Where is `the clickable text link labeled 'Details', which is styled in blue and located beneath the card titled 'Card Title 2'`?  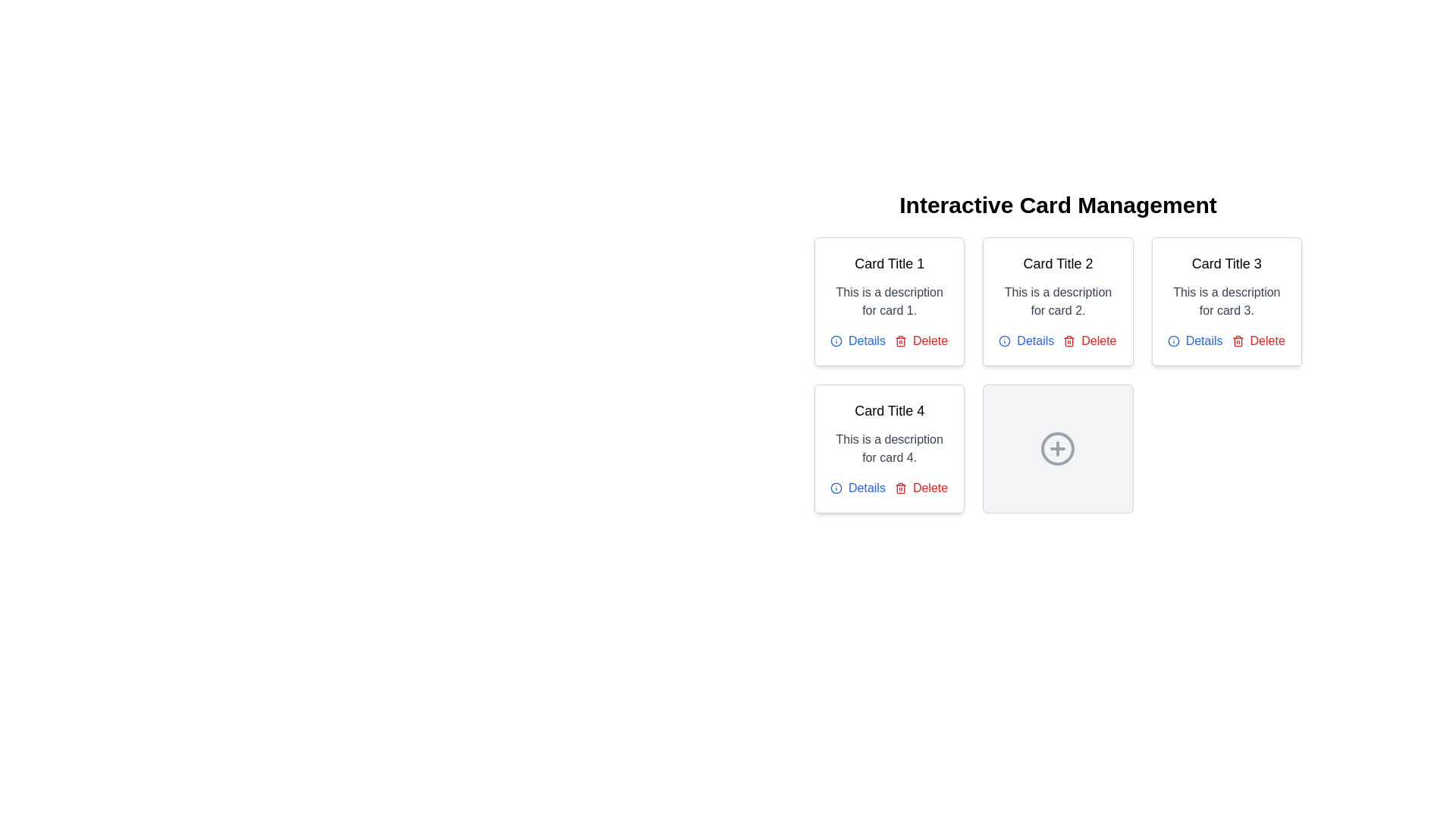 the clickable text link labeled 'Details', which is styled in blue and located beneath the card titled 'Card Title 2' is located at coordinates (1026, 341).